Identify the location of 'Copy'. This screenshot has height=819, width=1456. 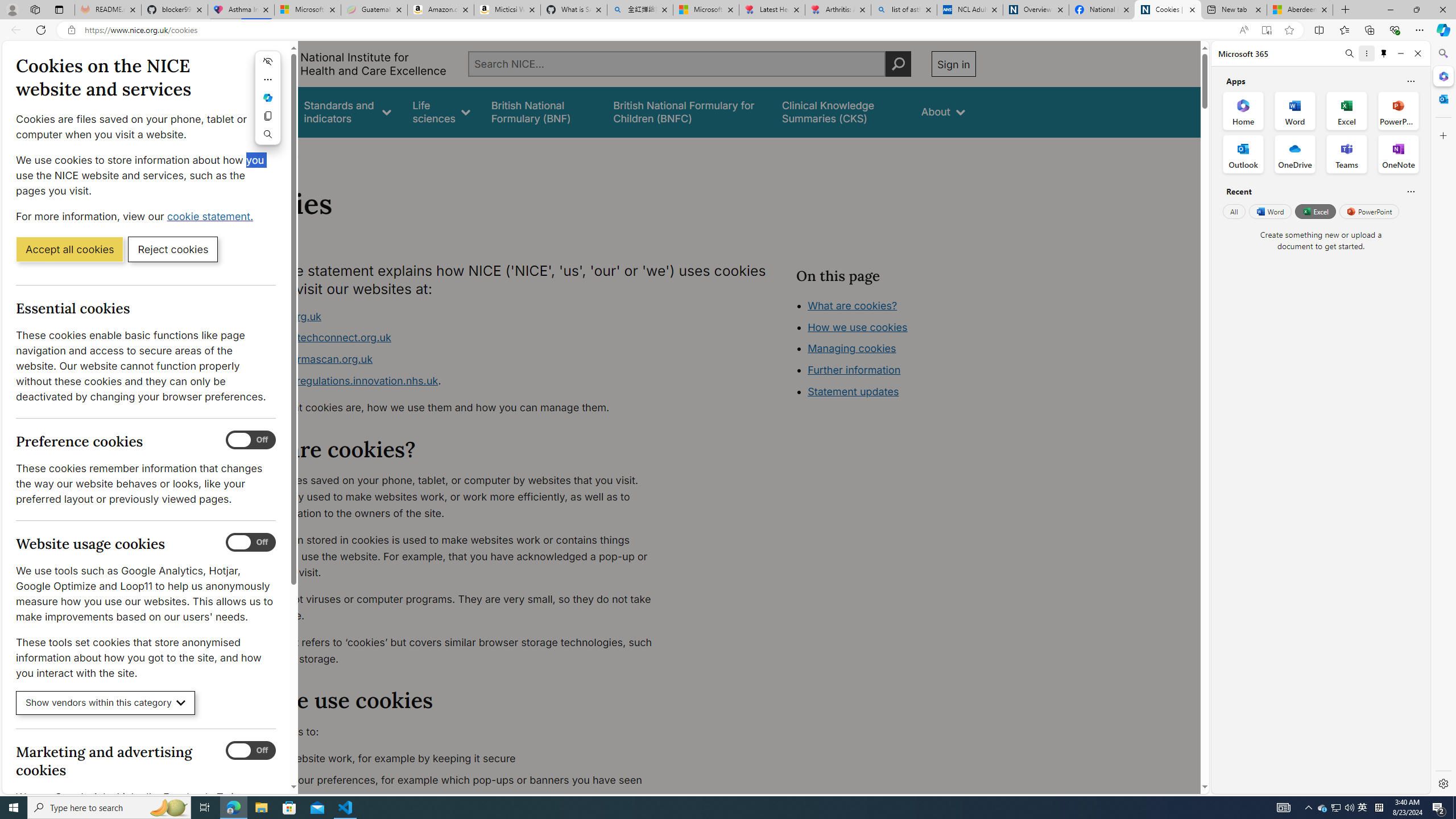
(267, 115).